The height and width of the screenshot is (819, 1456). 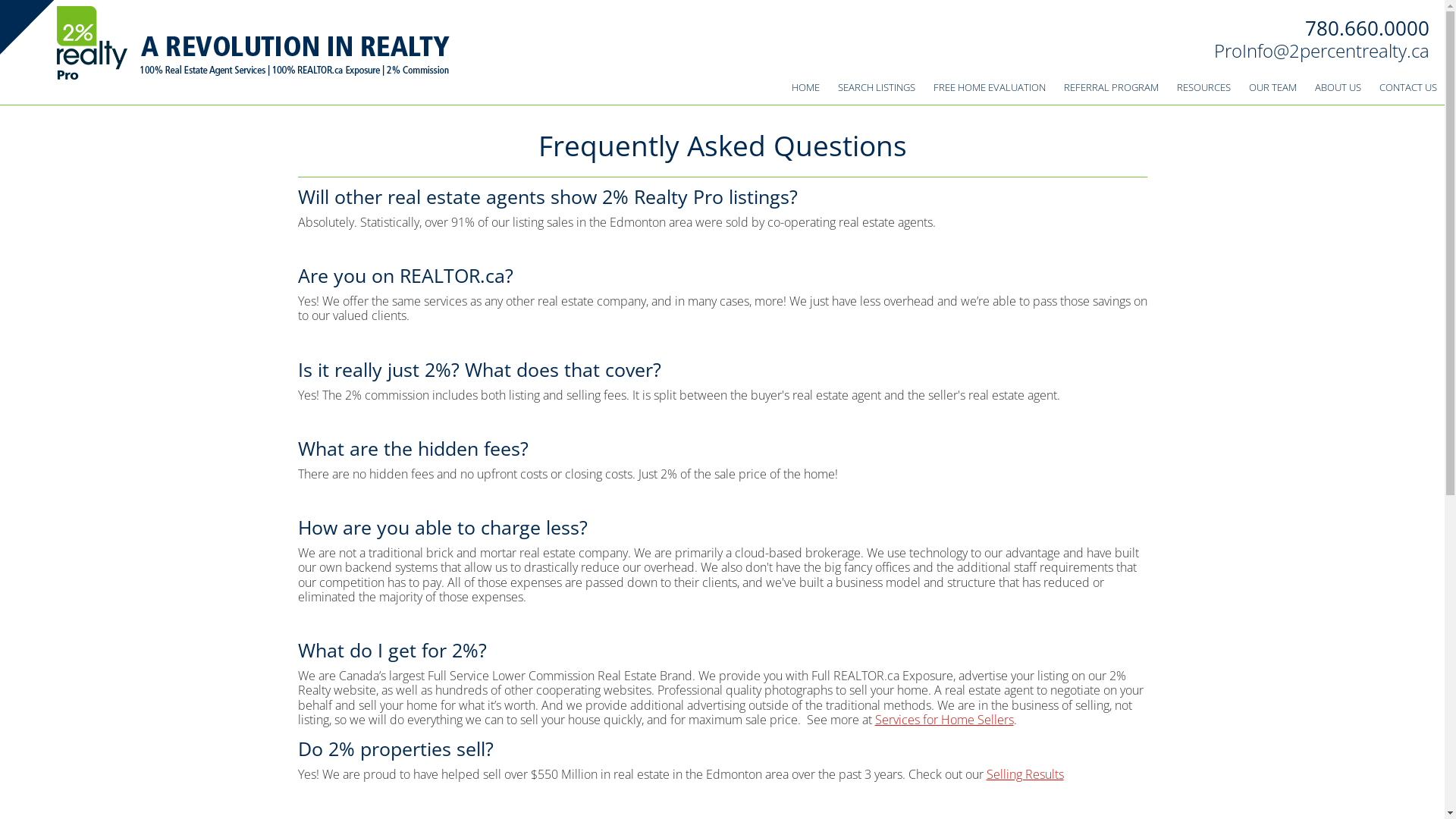 What do you see at coordinates (1338, 87) in the screenshot?
I see `'ABOUT US'` at bounding box center [1338, 87].